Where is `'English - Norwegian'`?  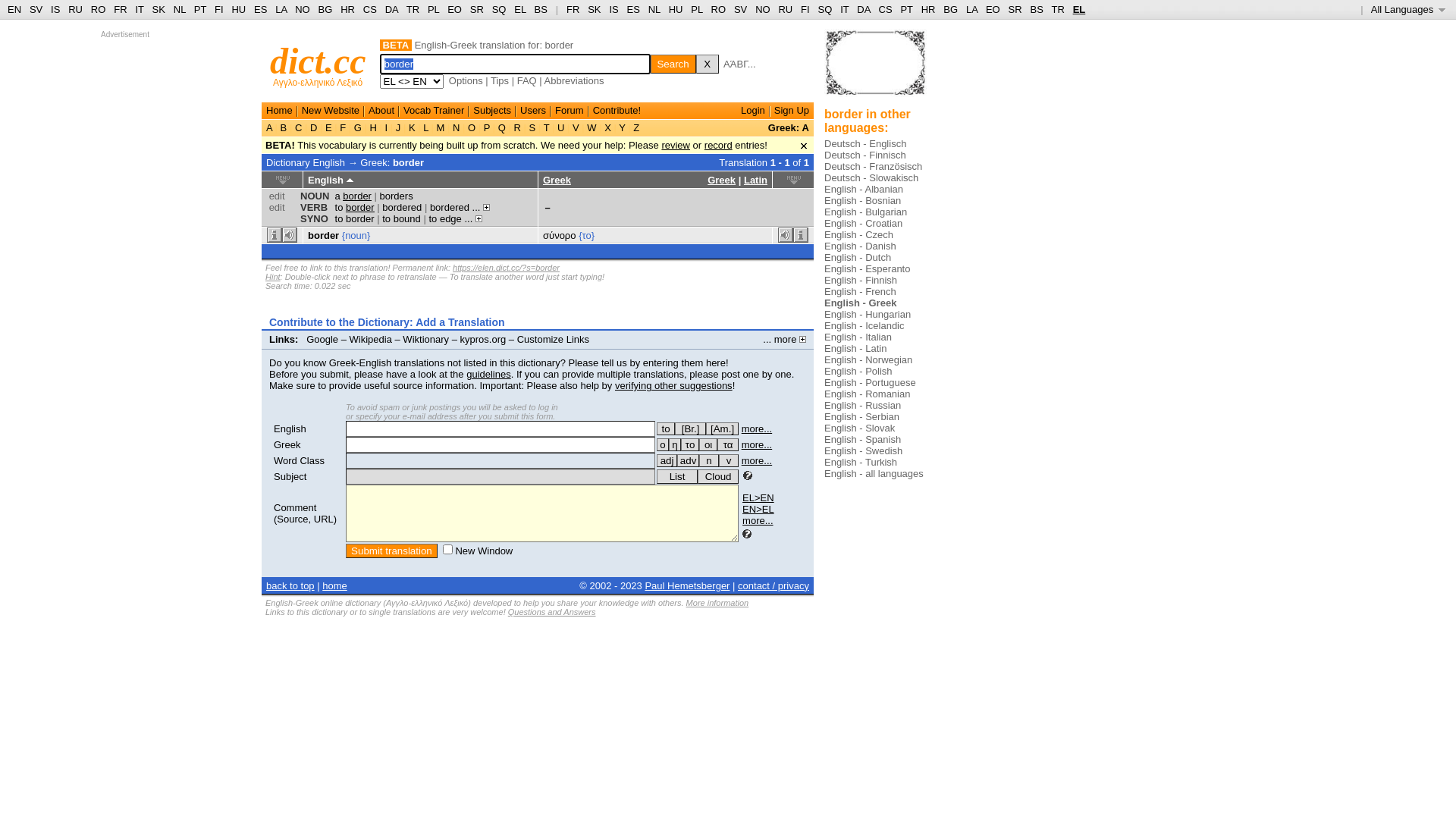
'English - Norwegian' is located at coordinates (868, 359).